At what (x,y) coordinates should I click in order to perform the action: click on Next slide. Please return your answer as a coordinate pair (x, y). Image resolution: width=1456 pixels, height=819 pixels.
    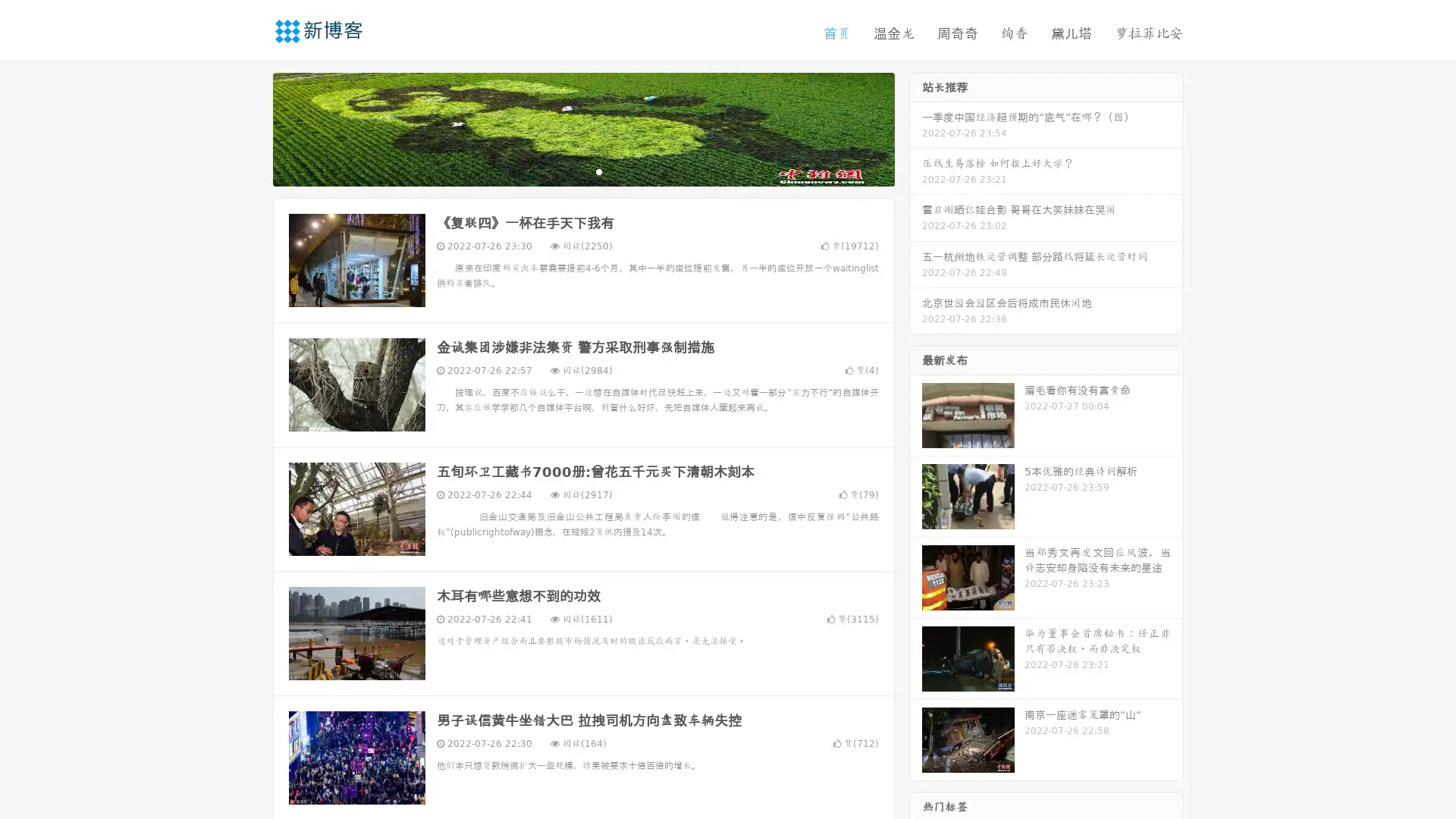
    Looking at the image, I should click on (916, 127).